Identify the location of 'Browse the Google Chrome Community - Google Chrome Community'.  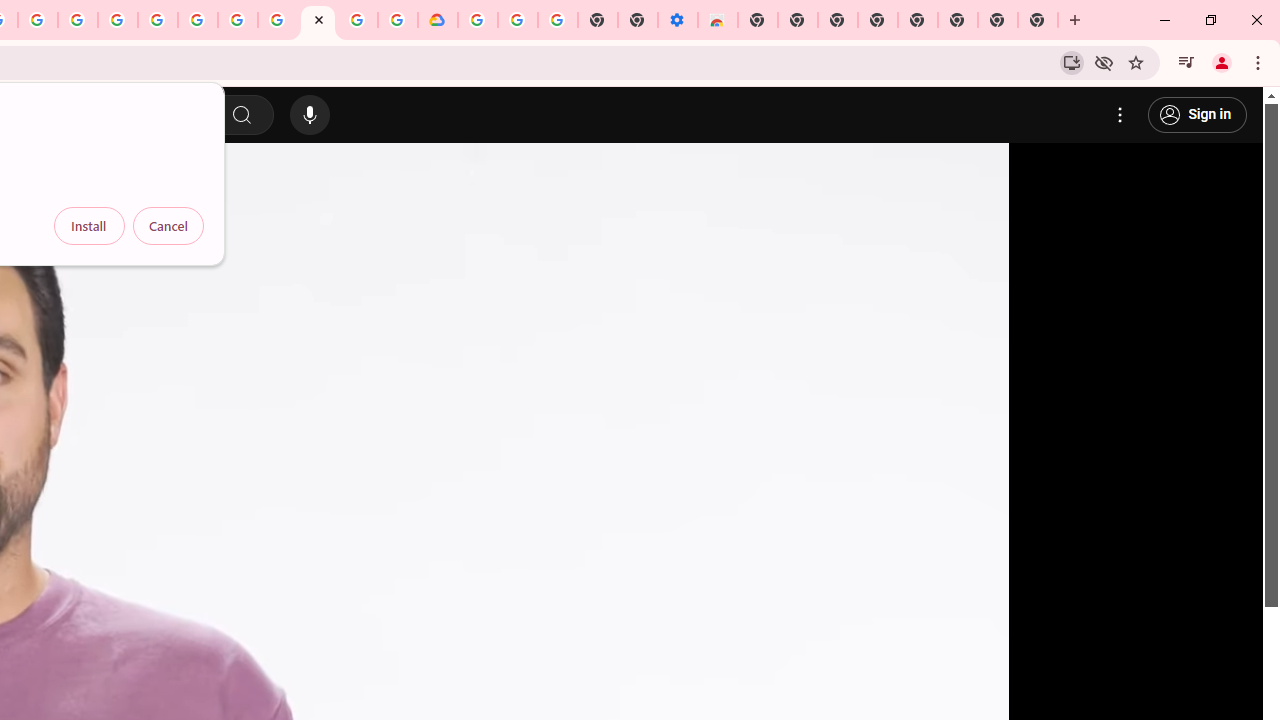
(398, 20).